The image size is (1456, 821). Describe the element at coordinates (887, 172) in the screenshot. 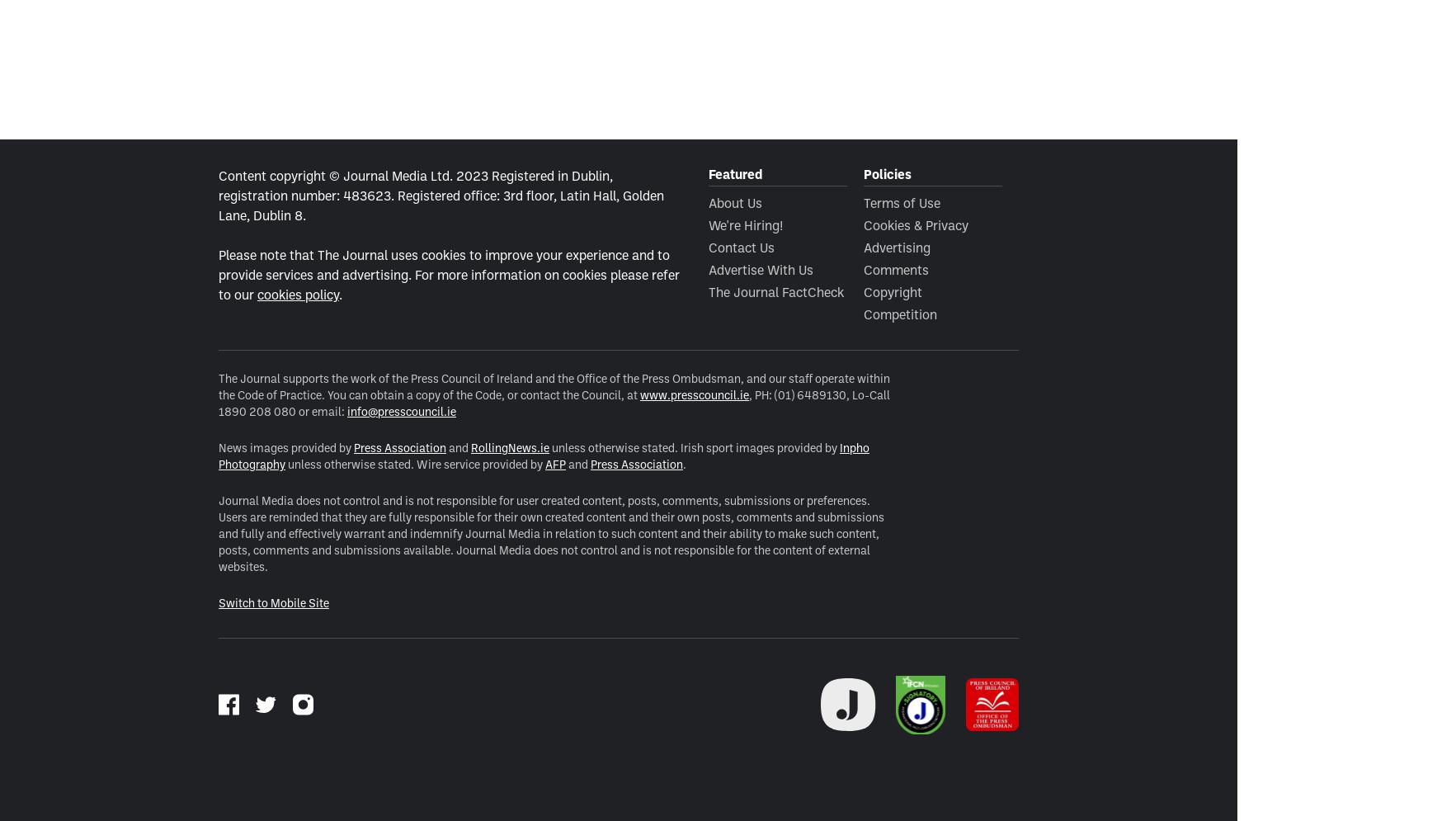

I see `'Policies'` at that location.